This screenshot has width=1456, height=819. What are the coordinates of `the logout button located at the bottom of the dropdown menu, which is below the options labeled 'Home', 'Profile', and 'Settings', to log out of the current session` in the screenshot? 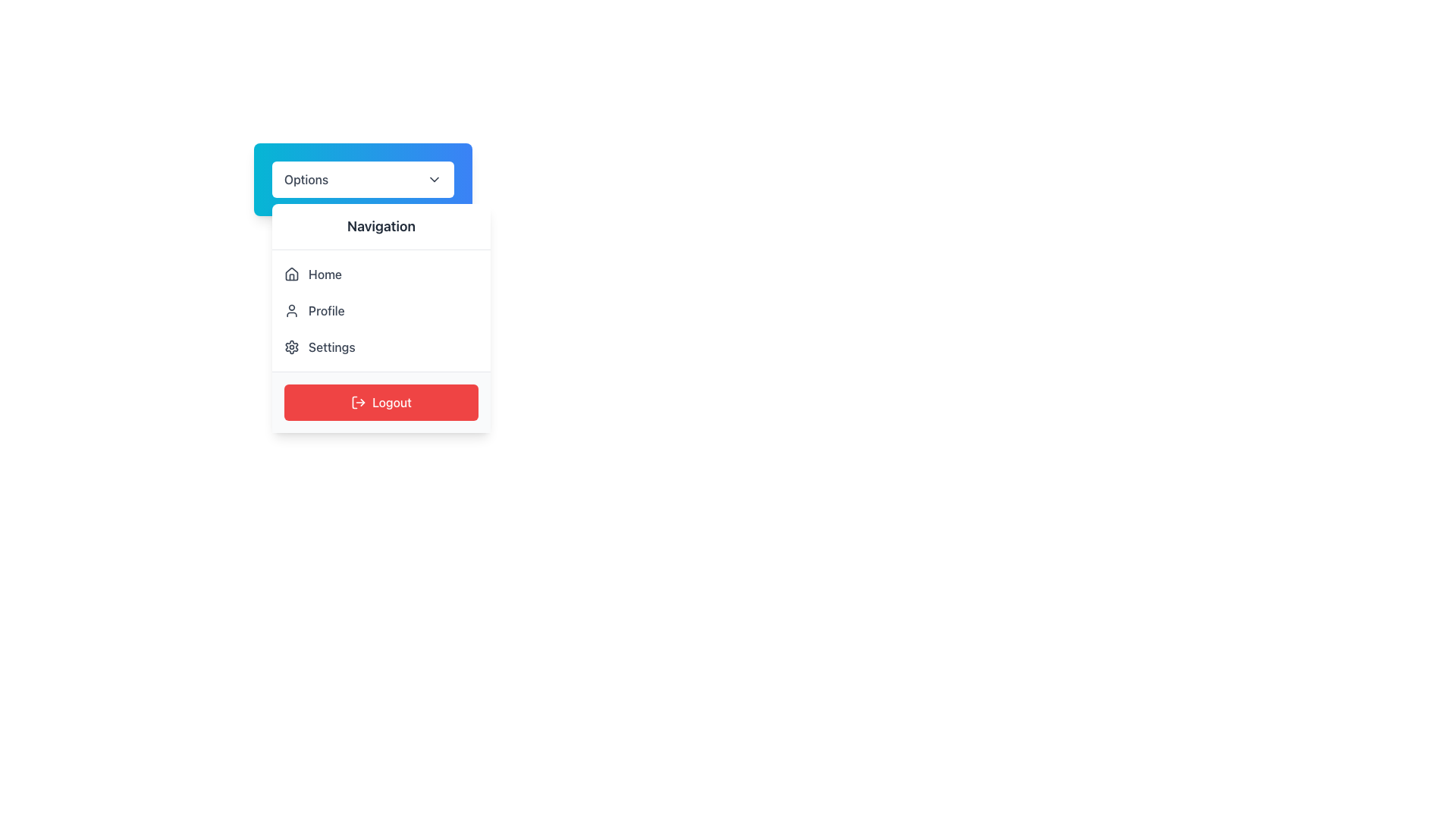 It's located at (381, 401).